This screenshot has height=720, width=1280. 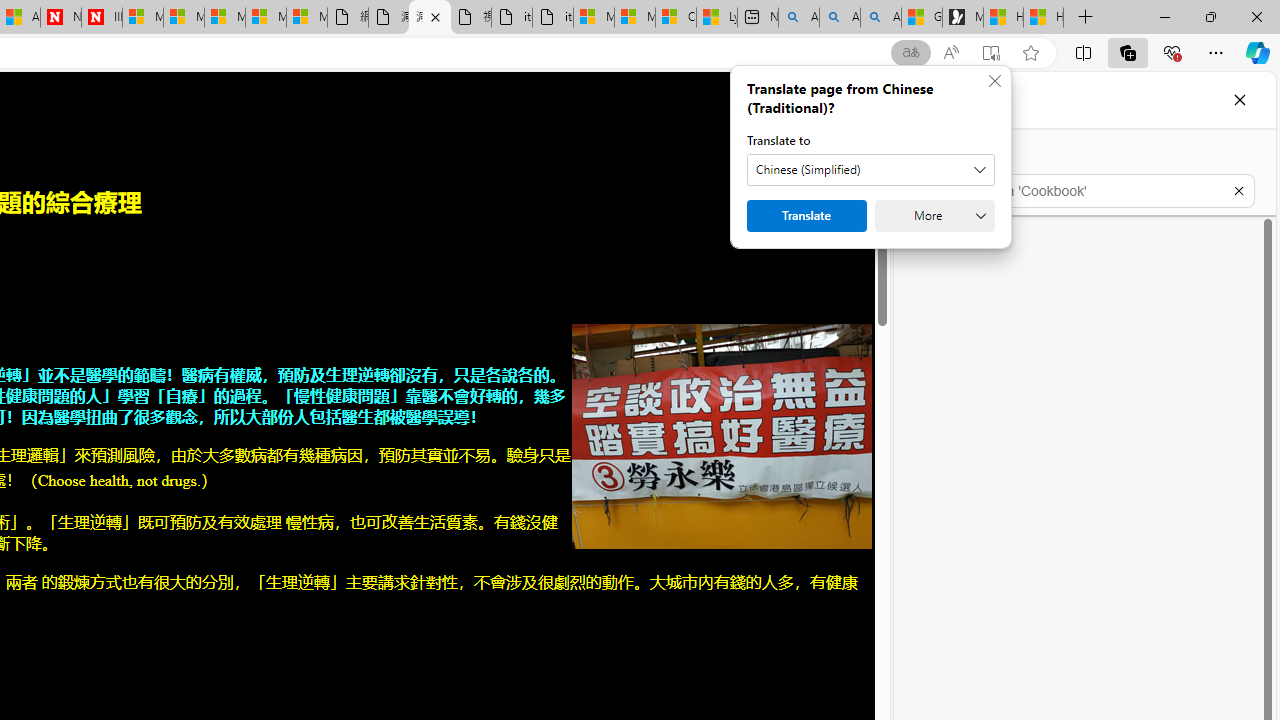 What do you see at coordinates (1083, 191) in the screenshot?
I see `'Search in '` at bounding box center [1083, 191].